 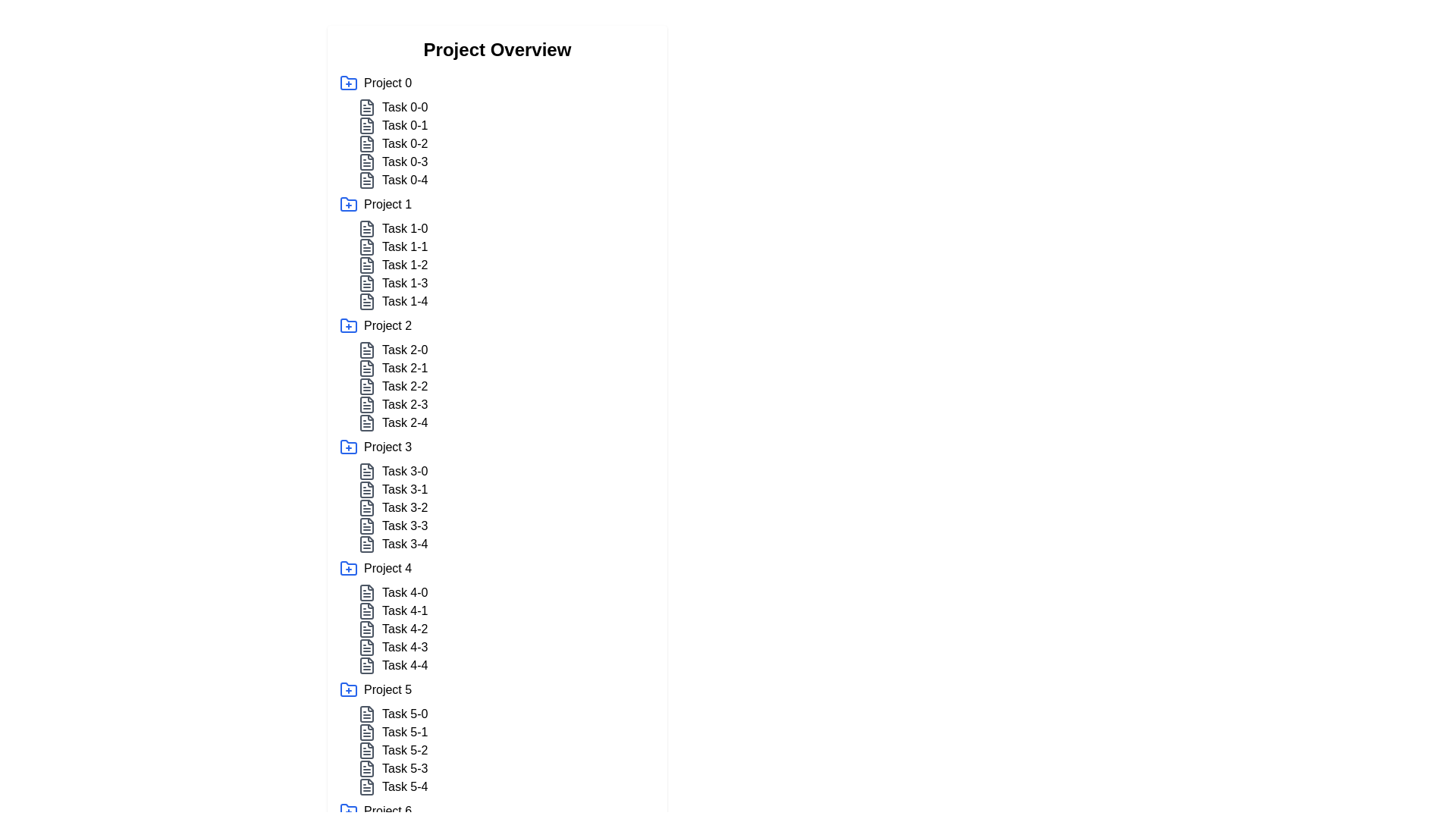 What do you see at coordinates (388, 325) in the screenshot?
I see `the 'Project 2' label in the collapsible project list to interact with the section` at bounding box center [388, 325].